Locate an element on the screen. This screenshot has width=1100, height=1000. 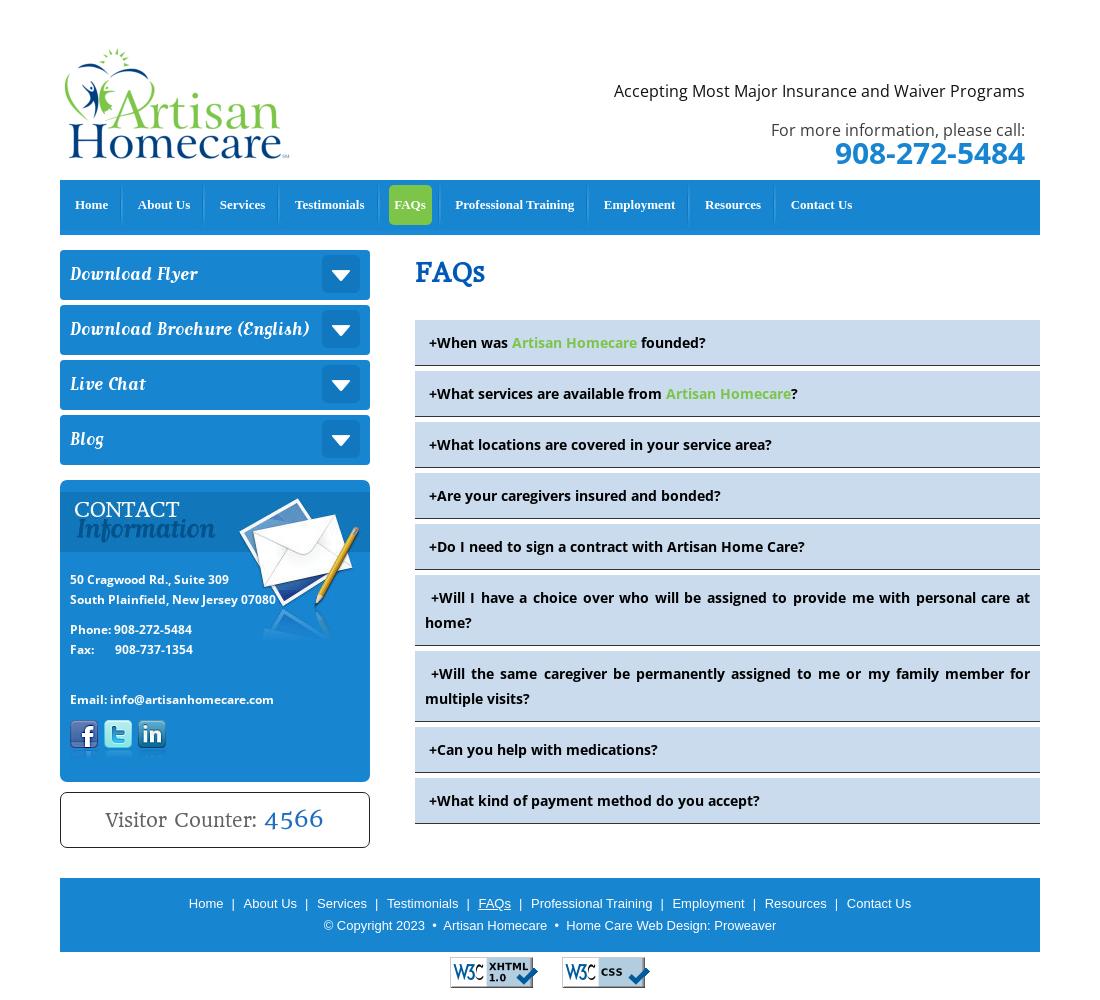
'Do I need to sign a contract with Artisan Home Care?' is located at coordinates (620, 546).